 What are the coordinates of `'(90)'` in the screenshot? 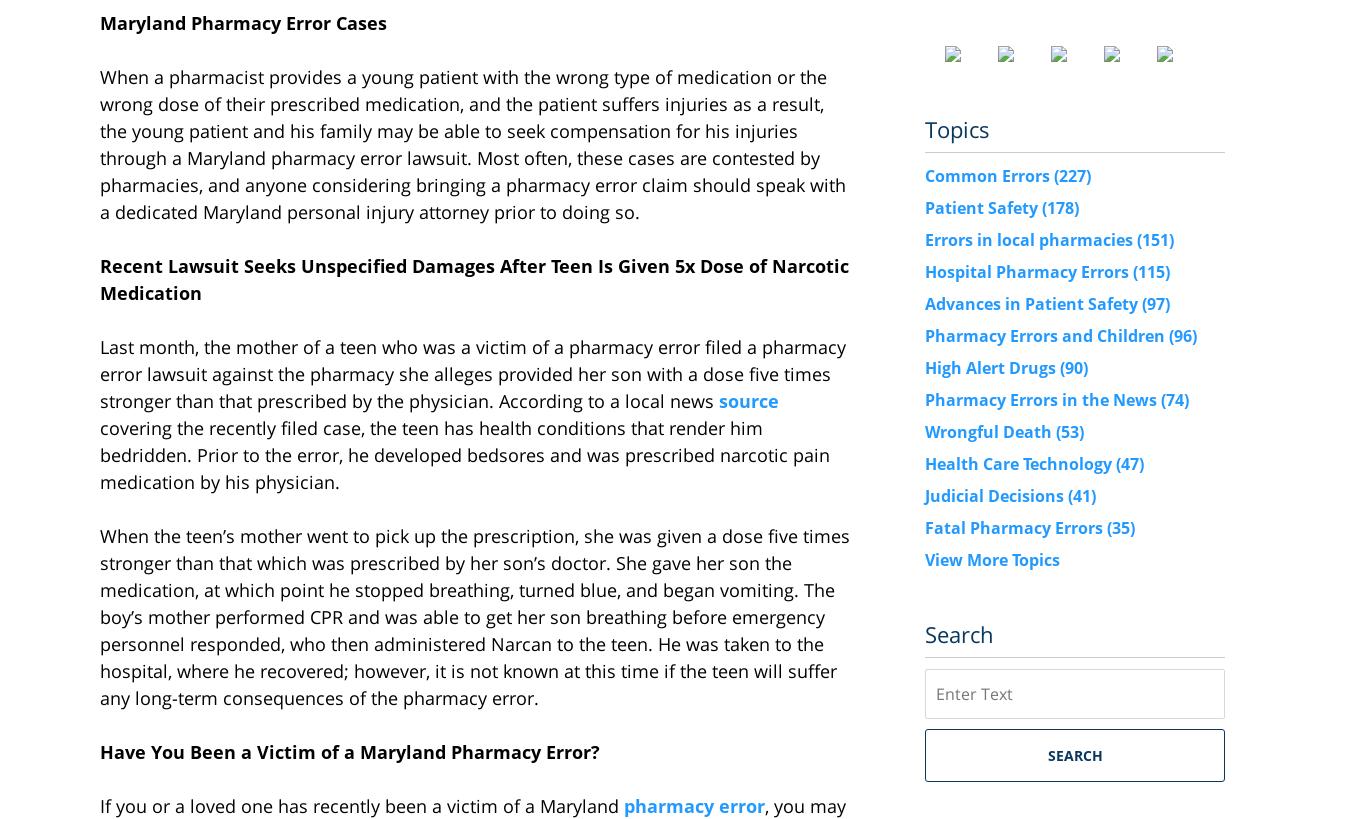 It's located at (1074, 365).